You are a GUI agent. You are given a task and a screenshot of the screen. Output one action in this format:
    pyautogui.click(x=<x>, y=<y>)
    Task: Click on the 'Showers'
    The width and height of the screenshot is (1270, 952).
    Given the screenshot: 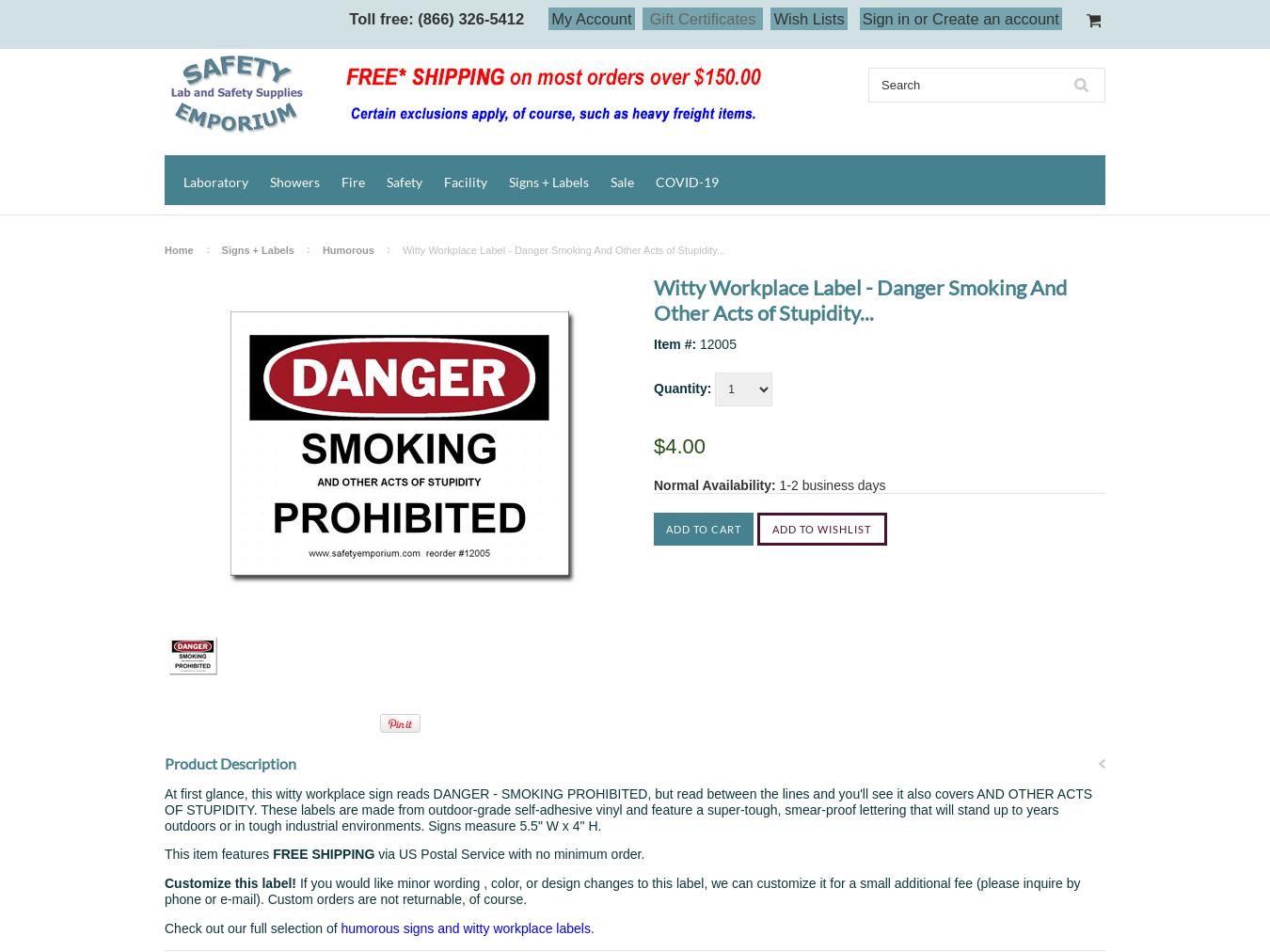 What is the action you would take?
    pyautogui.click(x=294, y=182)
    